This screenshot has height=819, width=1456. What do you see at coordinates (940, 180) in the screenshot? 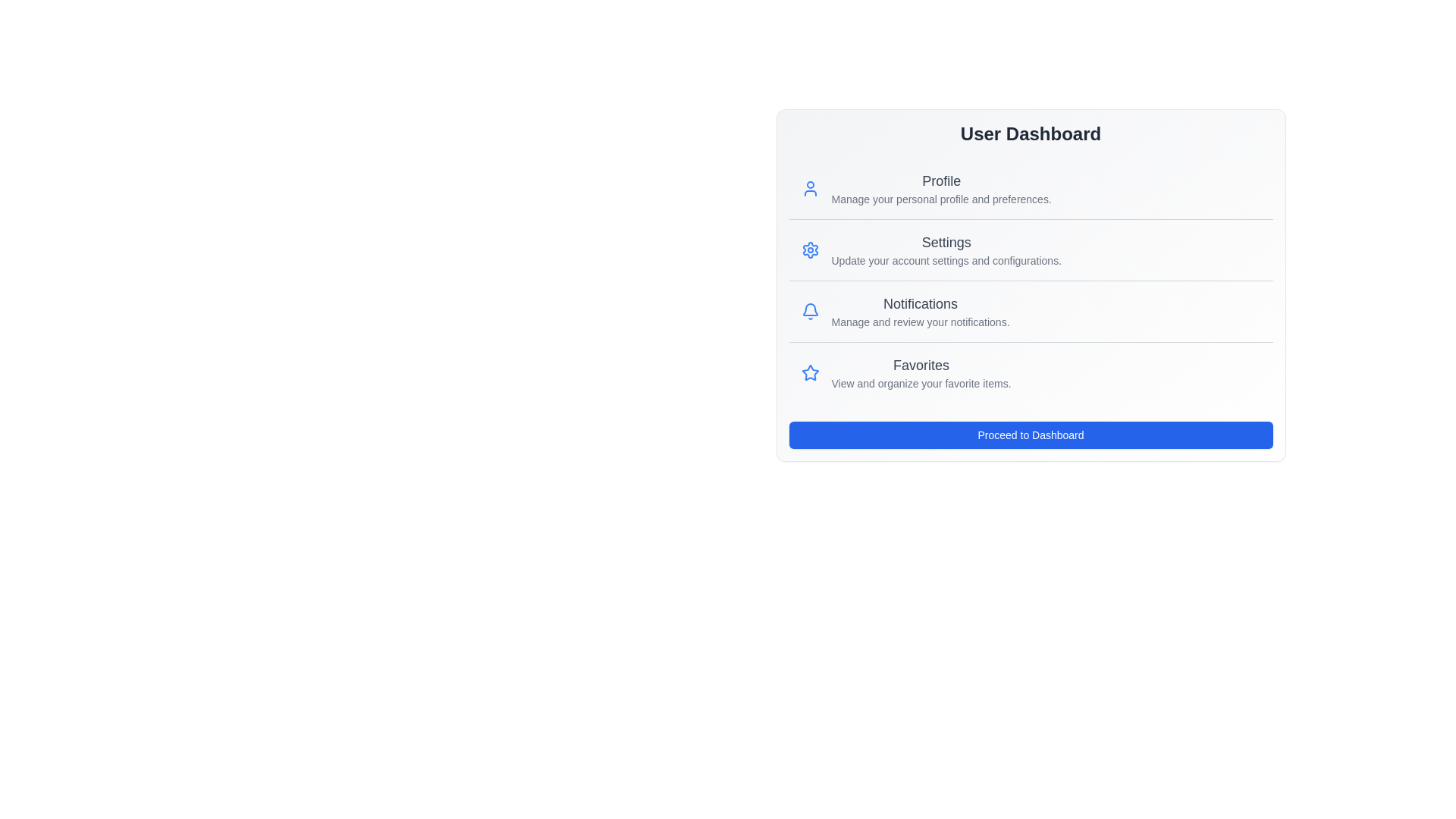
I see `the 'Profile' text label, which serves as a section header in the upper portion of the main dashboard panel, located above a smaller description text` at bounding box center [940, 180].